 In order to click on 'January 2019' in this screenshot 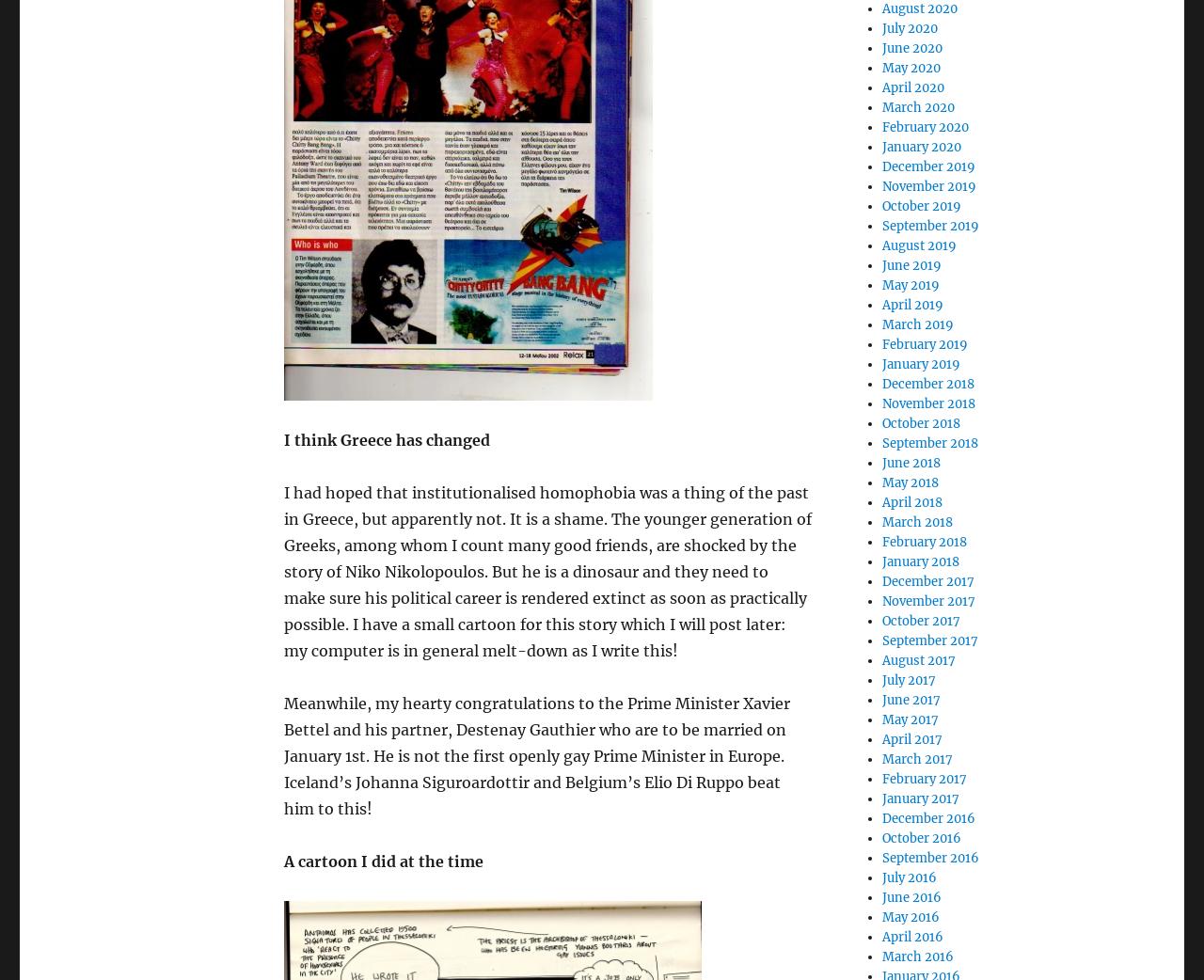, I will do `click(920, 363)`.